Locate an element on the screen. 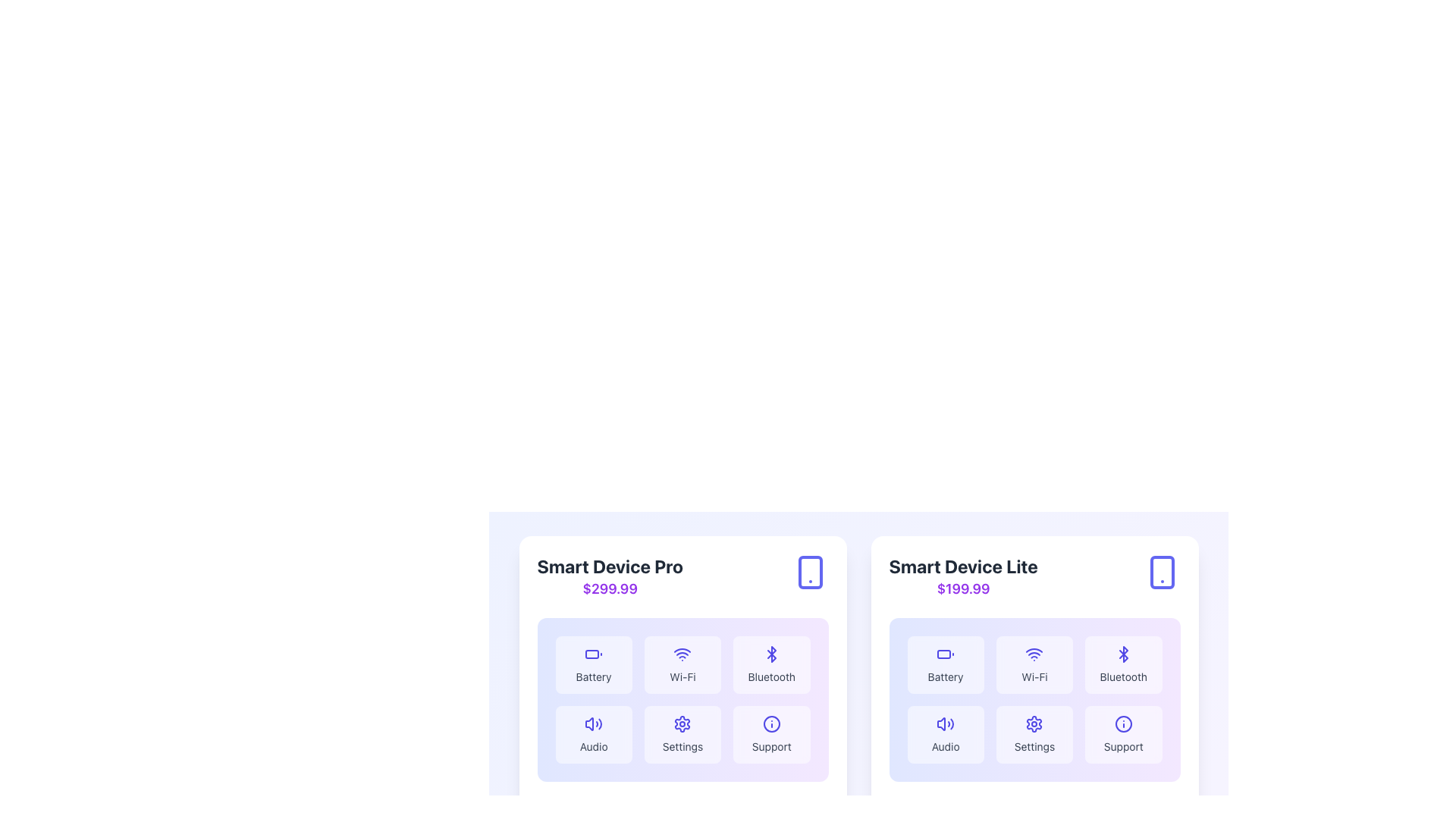  the static text label positioned under the battery icon in the 'Smart Device Pro' section, which indicates its purpose or function is located at coordinates (593, 676).